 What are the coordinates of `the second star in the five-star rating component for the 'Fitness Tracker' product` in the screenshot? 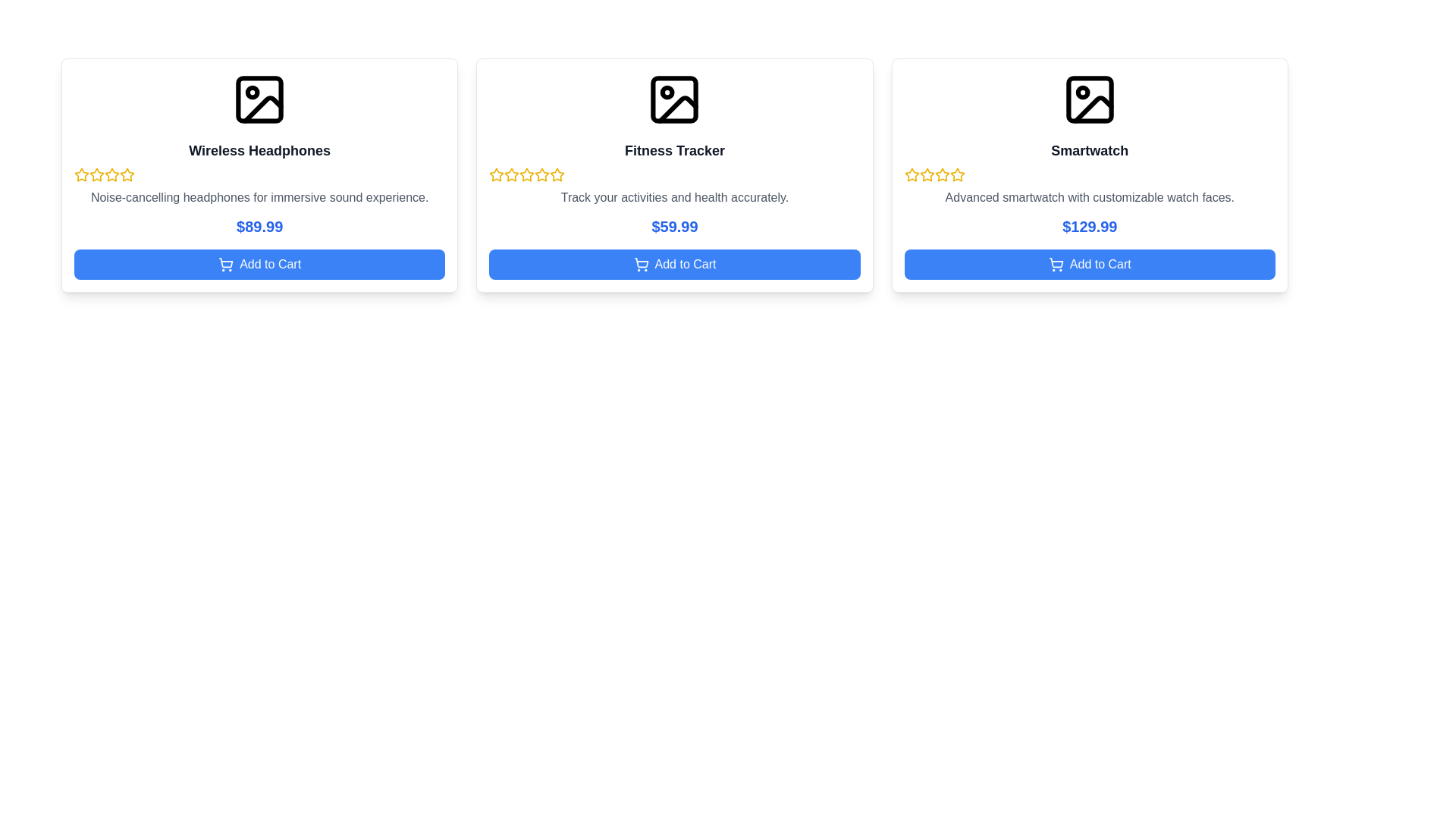 It's located at (527, 174).